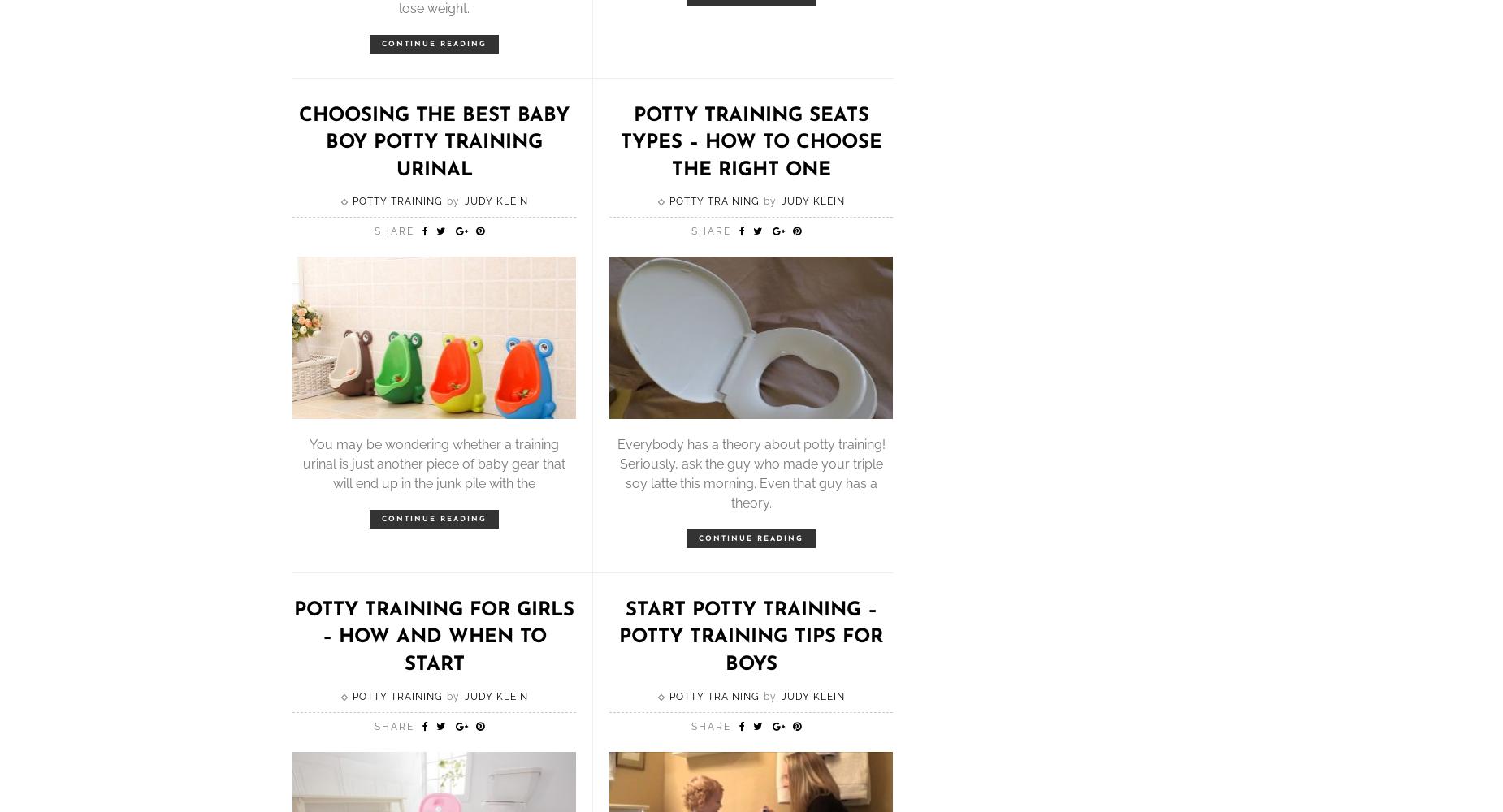  Describe the element at coordinates (751, 637) in the screenshot. I see `'Start Potty Training – Potty Training Tips for Boys'` at that location.